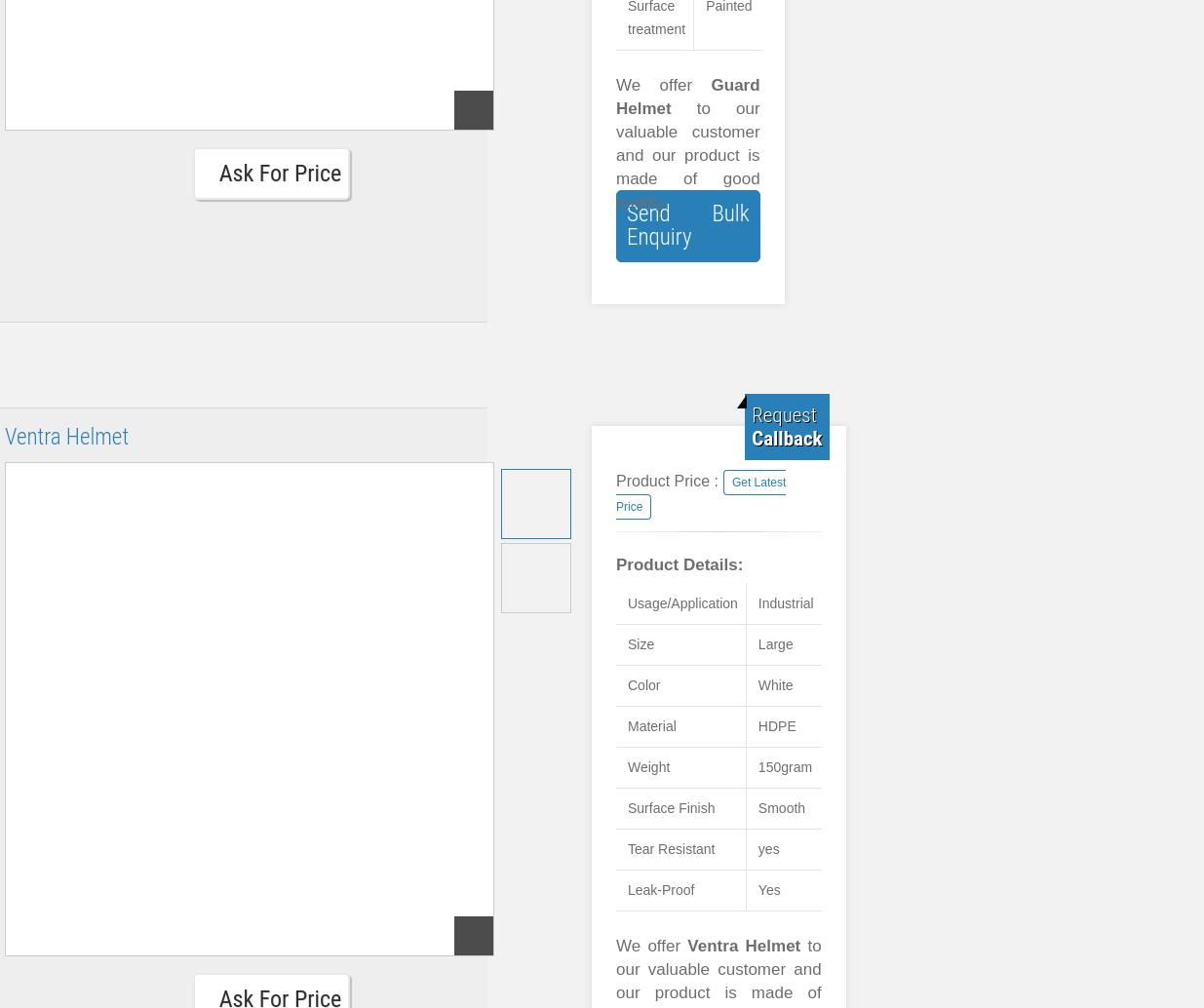 The image size is (1204, 1008). I want to click on 'Color', so click(643, 685).